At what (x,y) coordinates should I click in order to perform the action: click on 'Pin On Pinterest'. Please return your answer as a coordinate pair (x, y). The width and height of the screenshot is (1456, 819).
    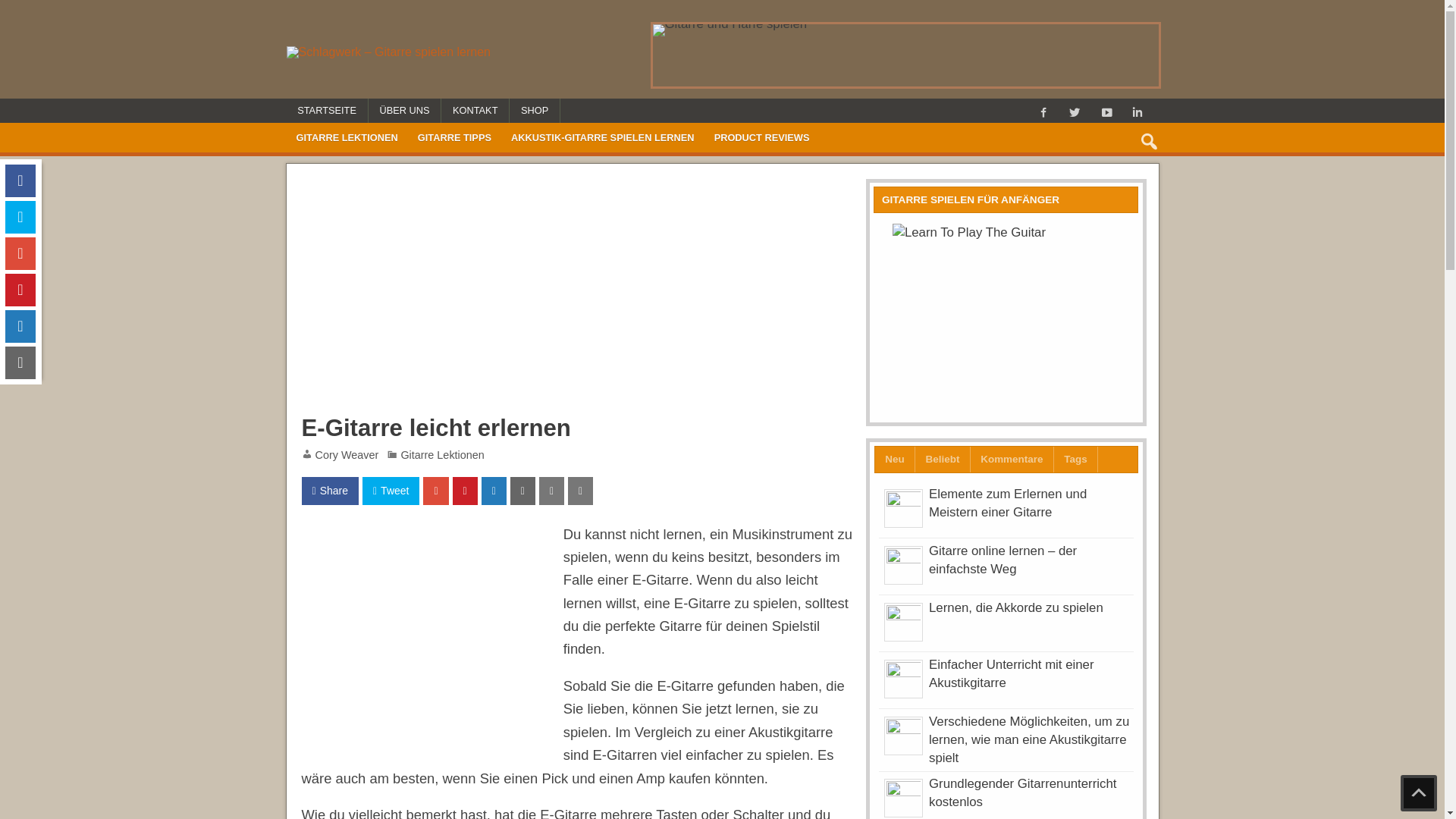
    Looking at the image, I should click on (464, 491).